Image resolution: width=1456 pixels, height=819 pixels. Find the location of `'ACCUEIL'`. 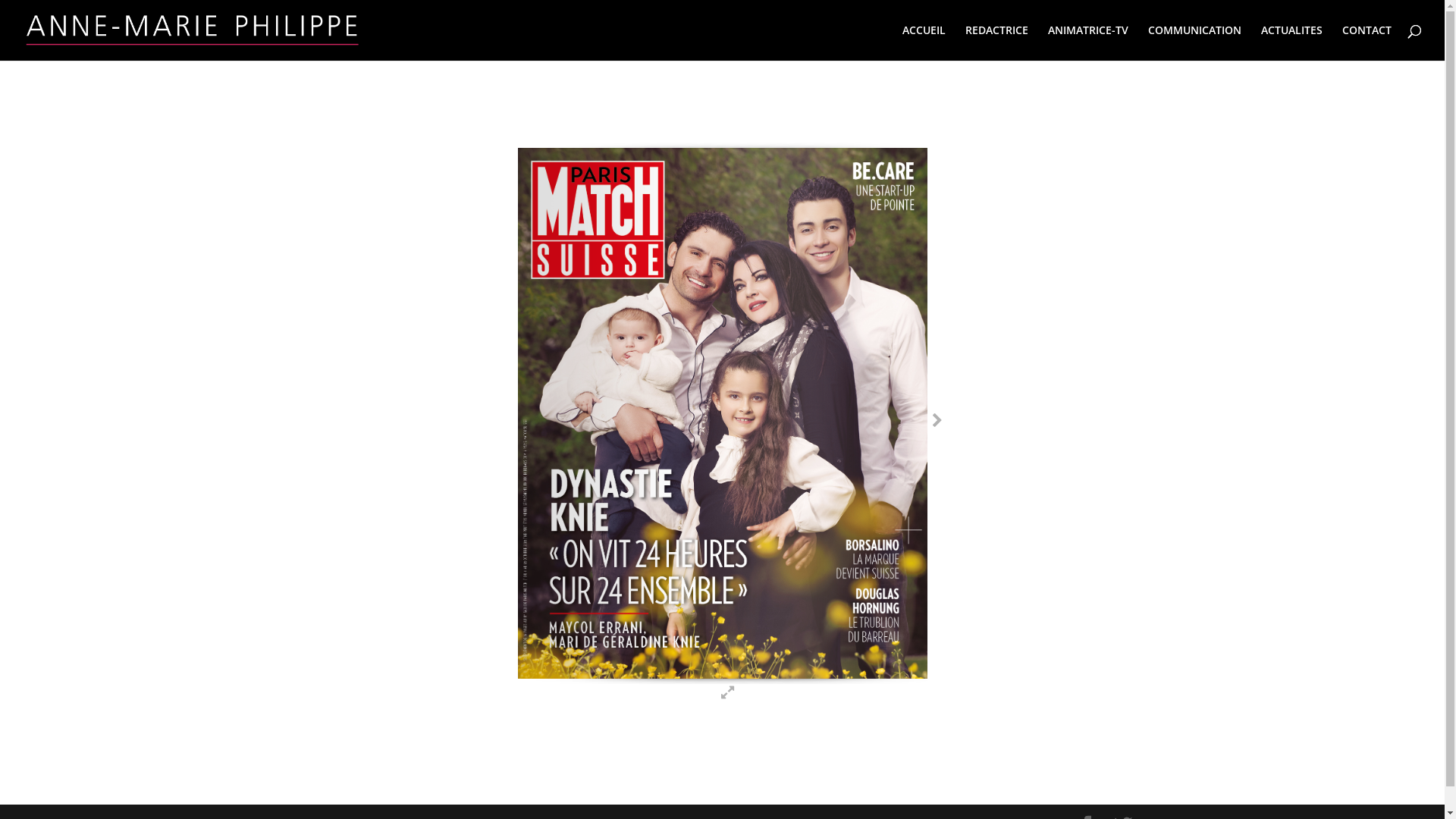

'ACCUEIL' is located at coordinates (923, 42).